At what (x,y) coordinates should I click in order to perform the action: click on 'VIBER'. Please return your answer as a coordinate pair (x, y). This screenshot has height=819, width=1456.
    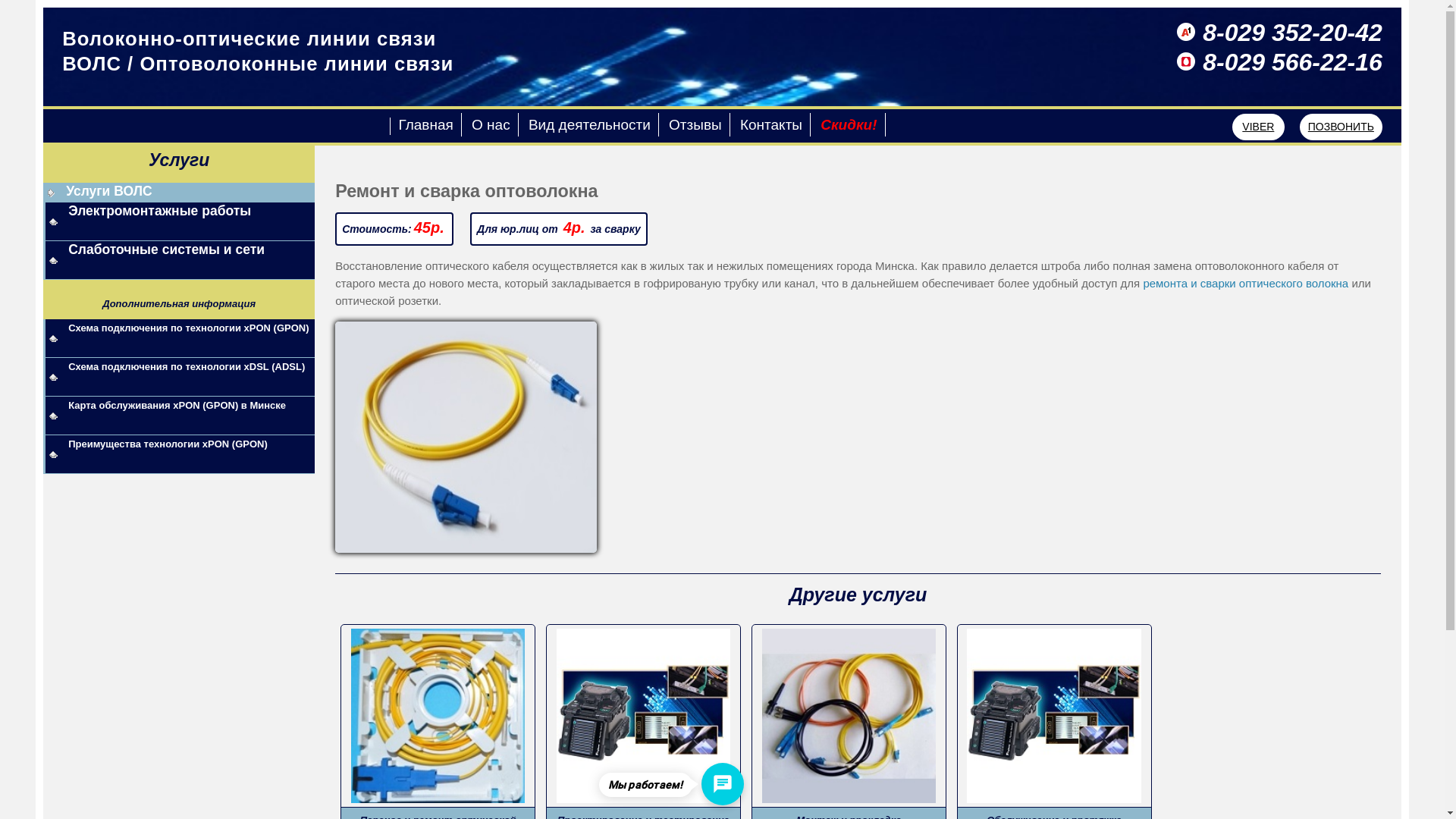
    Looking at the image, I should click on (1258, 126).